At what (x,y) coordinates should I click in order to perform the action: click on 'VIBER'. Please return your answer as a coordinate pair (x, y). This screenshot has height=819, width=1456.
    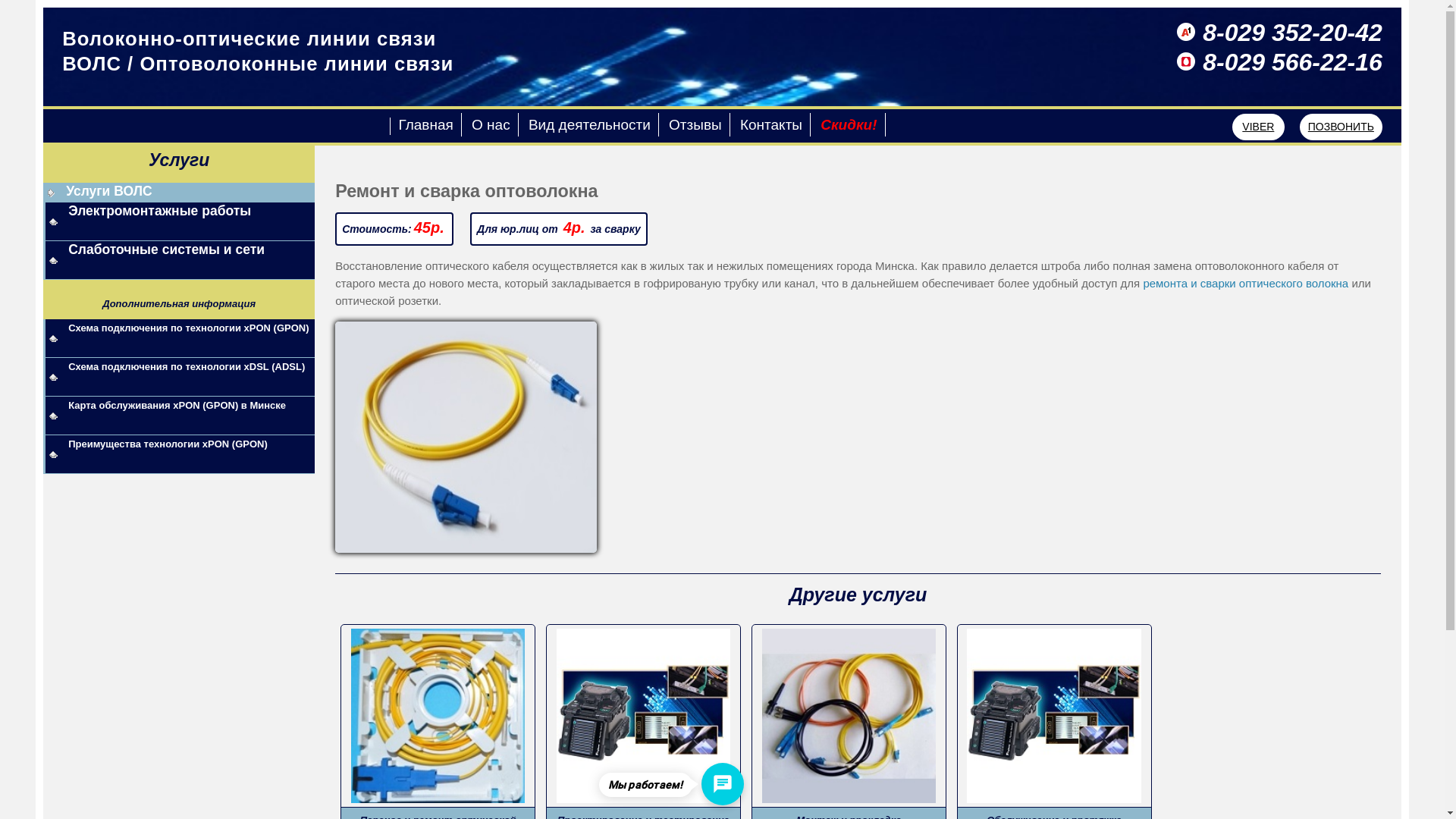
    Looking at the image, I should click on (1258, 126).